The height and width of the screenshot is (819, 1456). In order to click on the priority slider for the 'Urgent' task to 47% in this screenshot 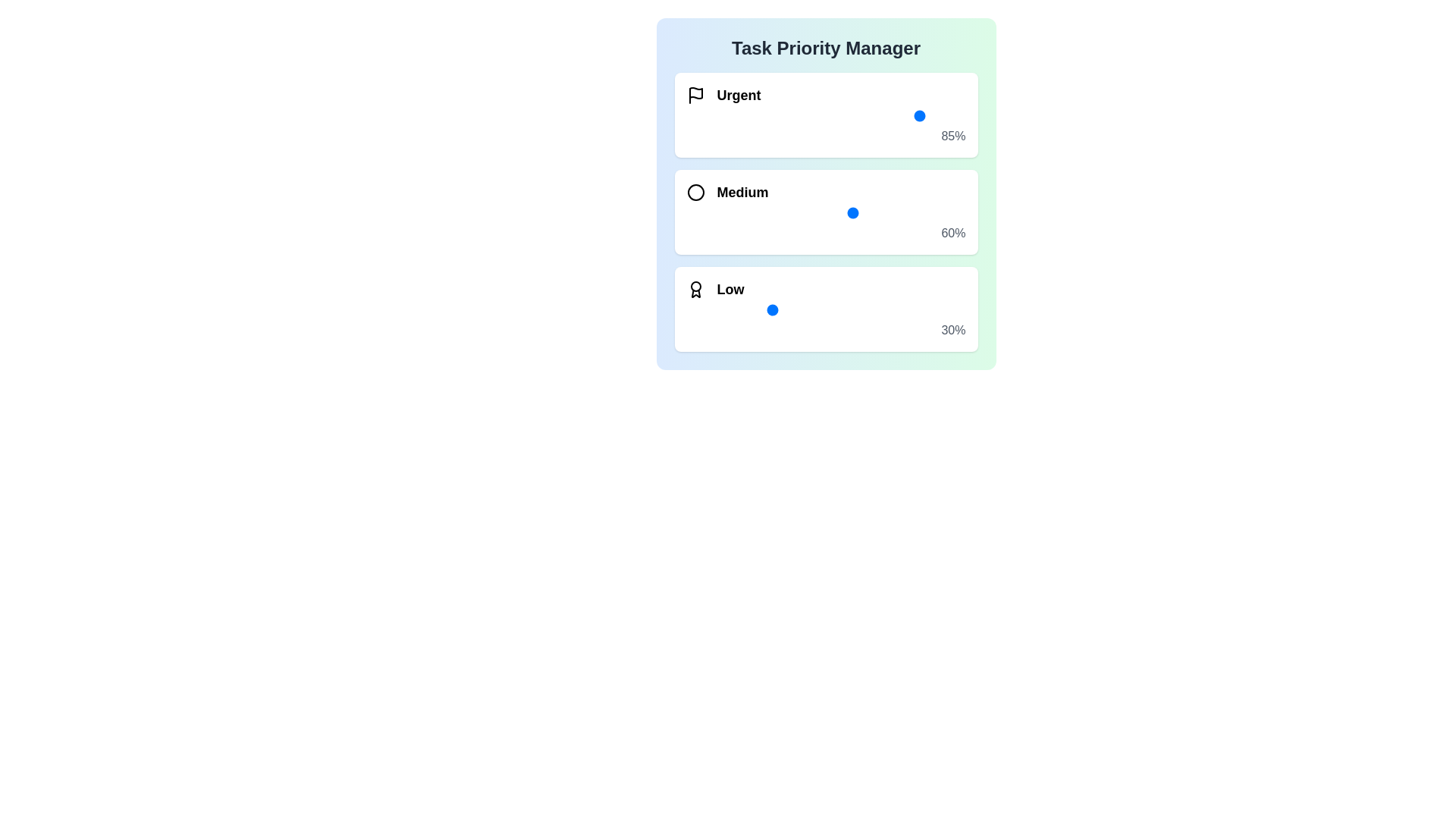, I will do `click(817, 115)`.